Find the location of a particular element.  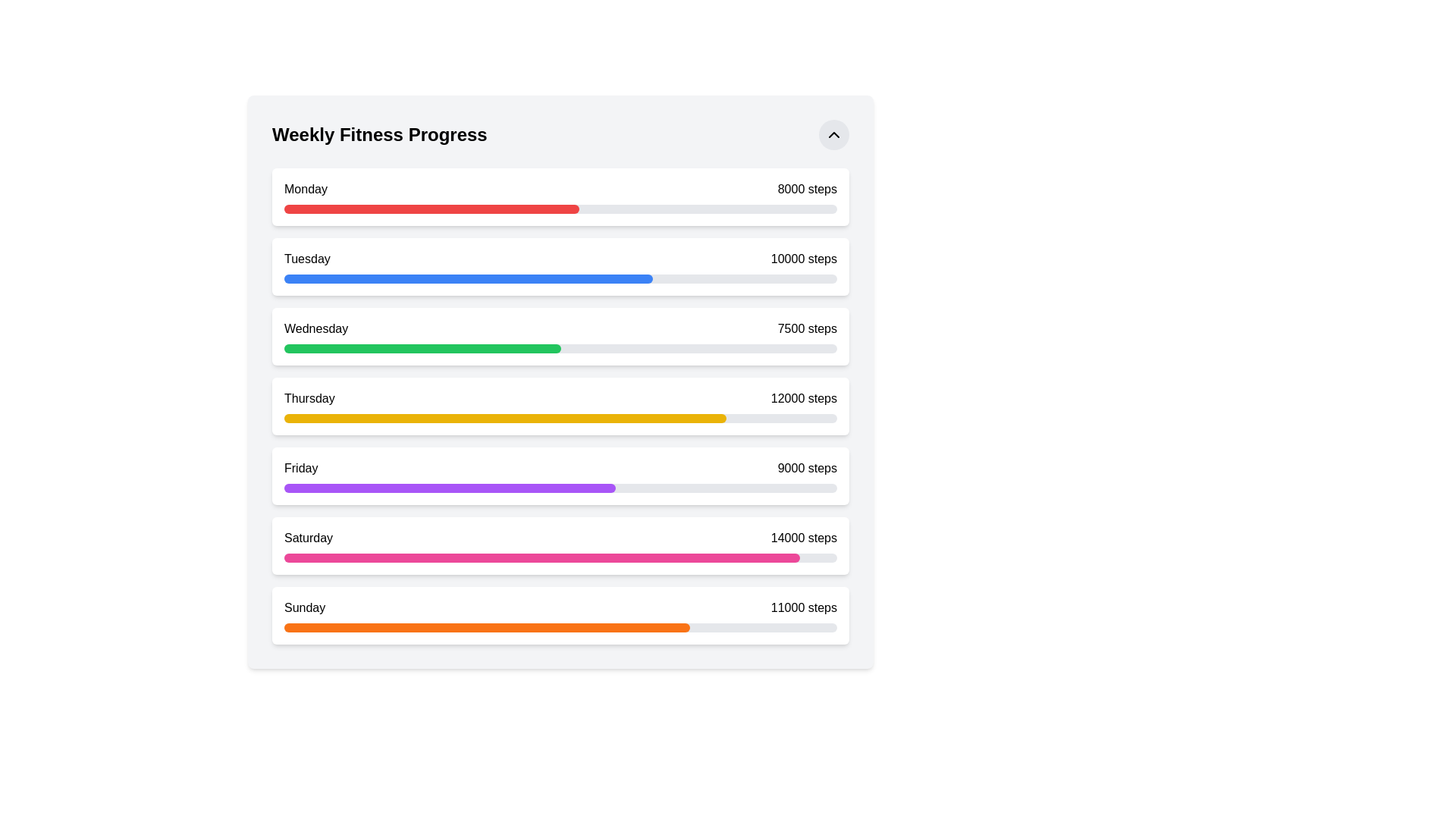

the non-interactive progress bar that visually indicates the completion percentage of the task associated with 'Monday' is located at coordinates (431, 209).